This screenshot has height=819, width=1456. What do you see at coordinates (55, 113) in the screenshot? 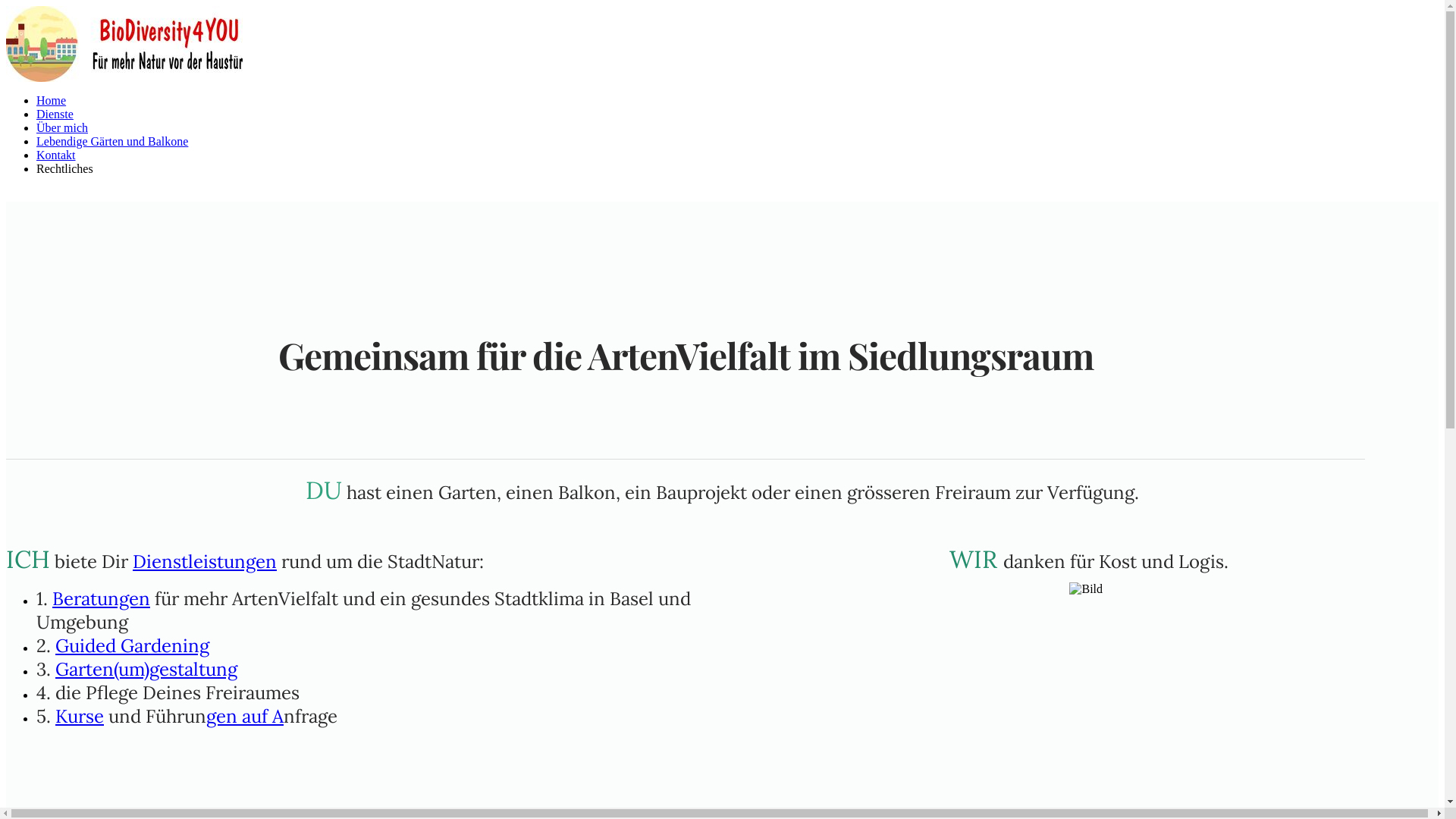
I see `'Dienste'` at bounding box center [55, 113].